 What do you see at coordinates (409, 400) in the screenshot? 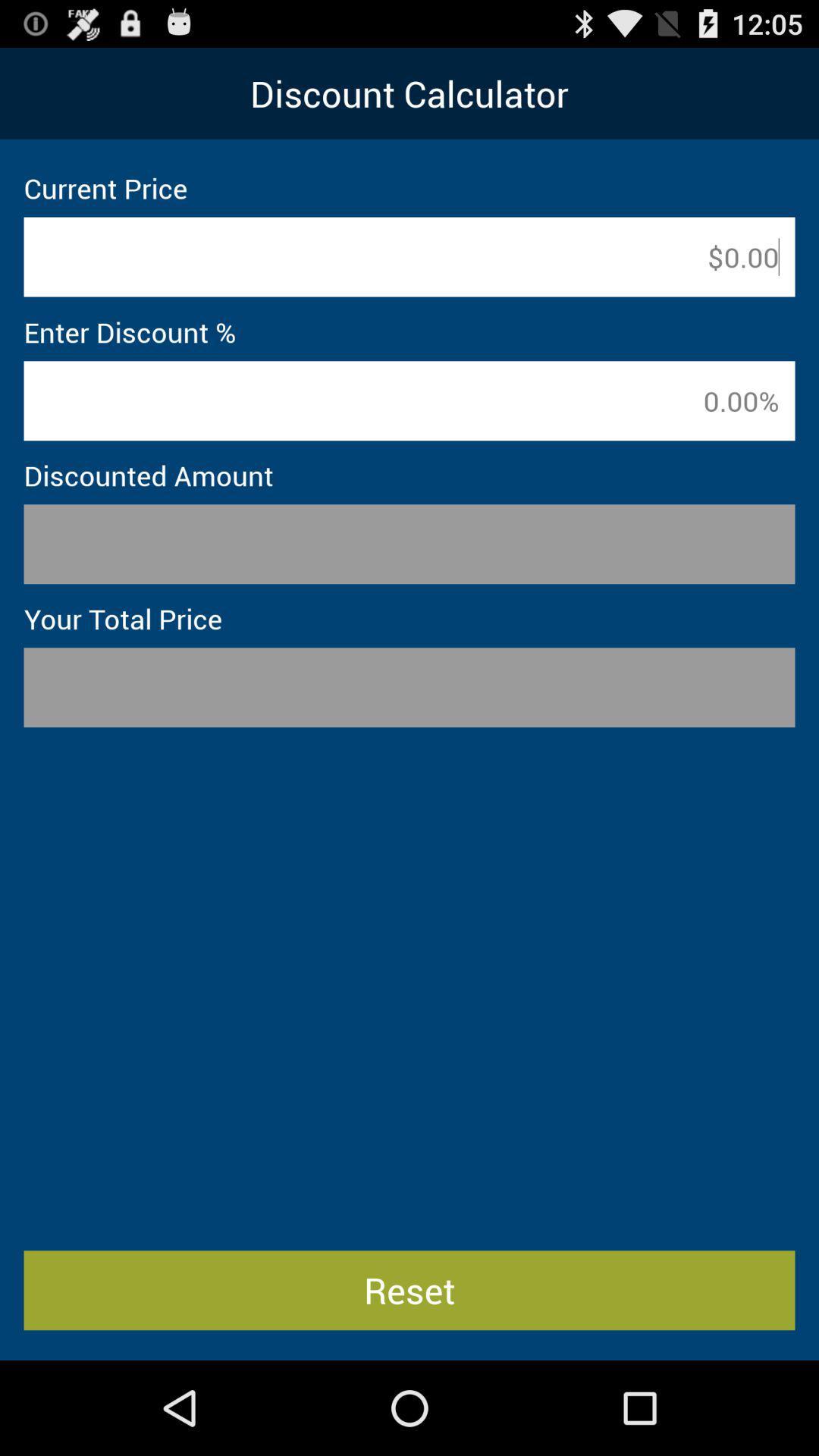
I see `input discount amount` at bounding box center [409, 400].